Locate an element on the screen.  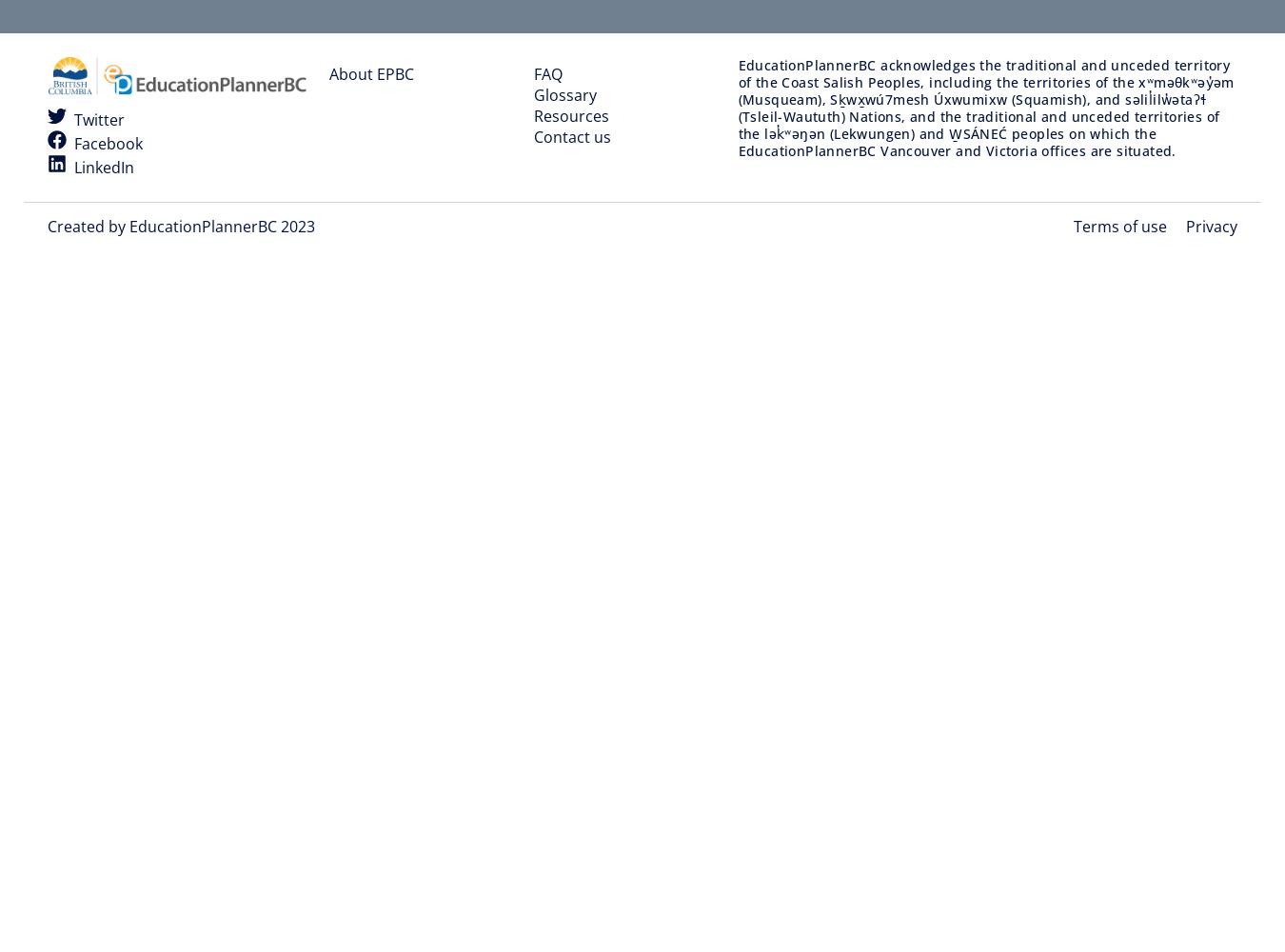
'Glossary' is located at coordinates (564, 93).